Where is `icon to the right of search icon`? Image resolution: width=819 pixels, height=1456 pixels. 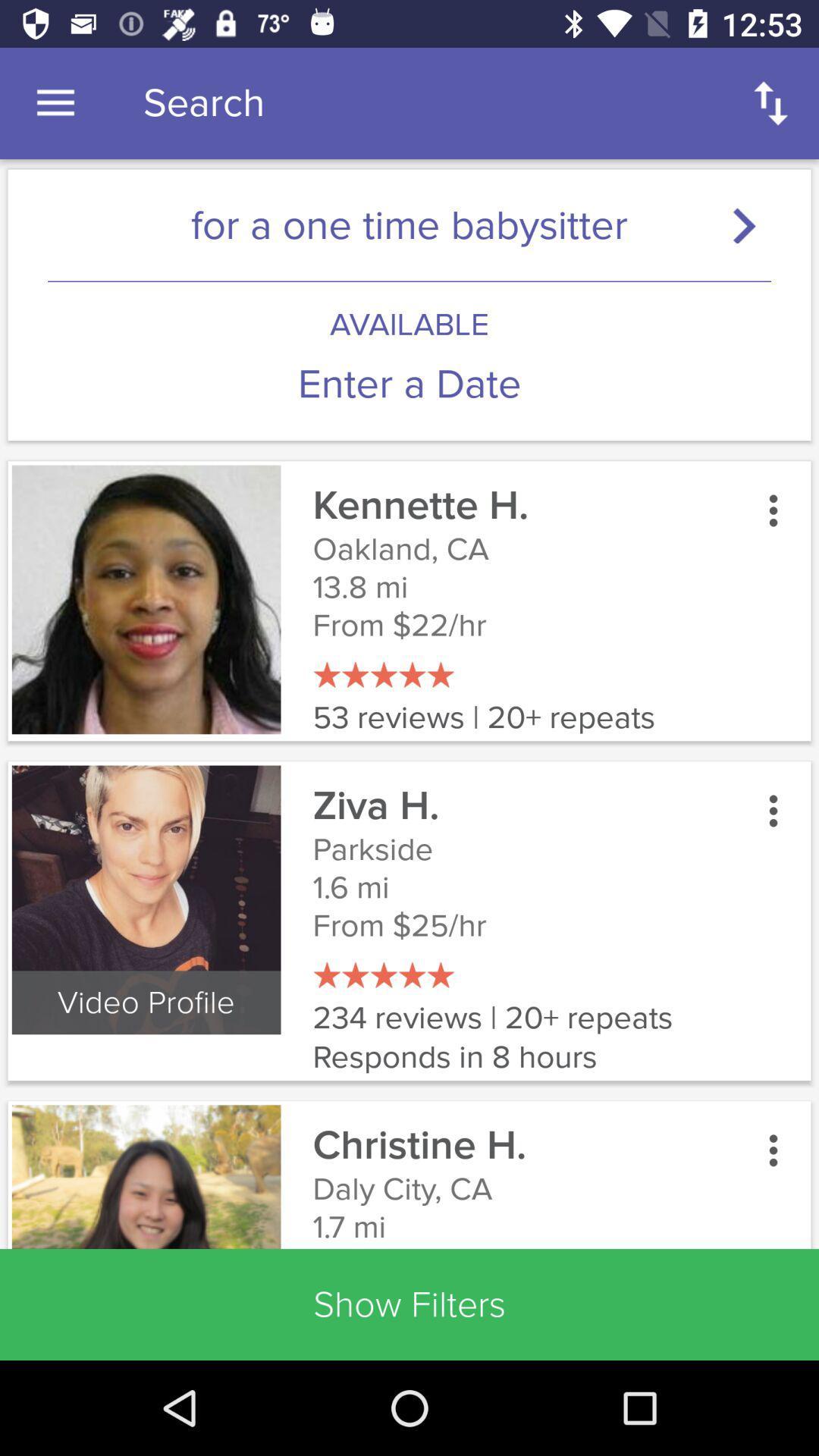 icon to the right of search icon is located at coordinates (771, 102).